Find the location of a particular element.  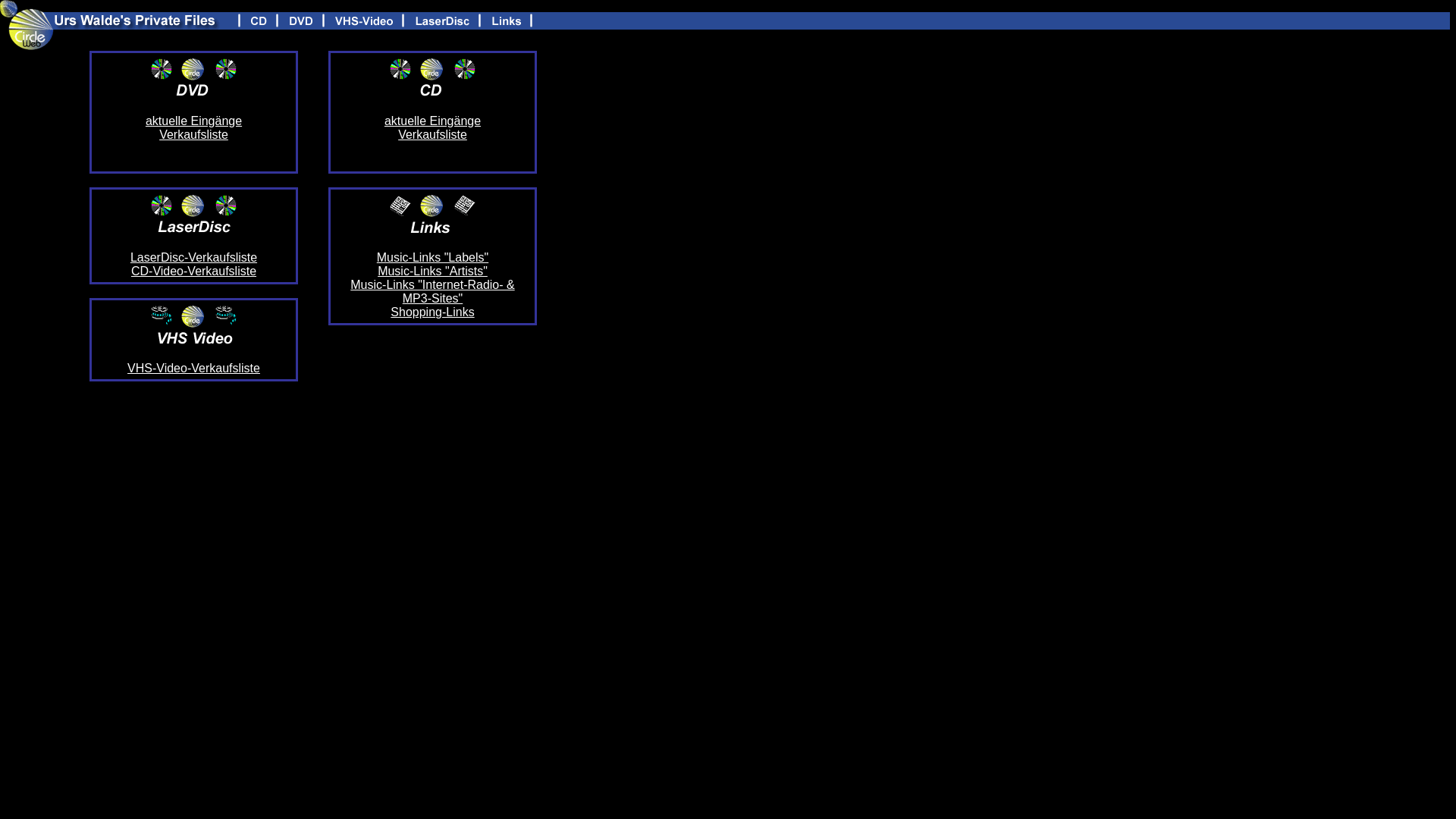

'Music-Links "Labels"' is located at coordinates (377, 256).